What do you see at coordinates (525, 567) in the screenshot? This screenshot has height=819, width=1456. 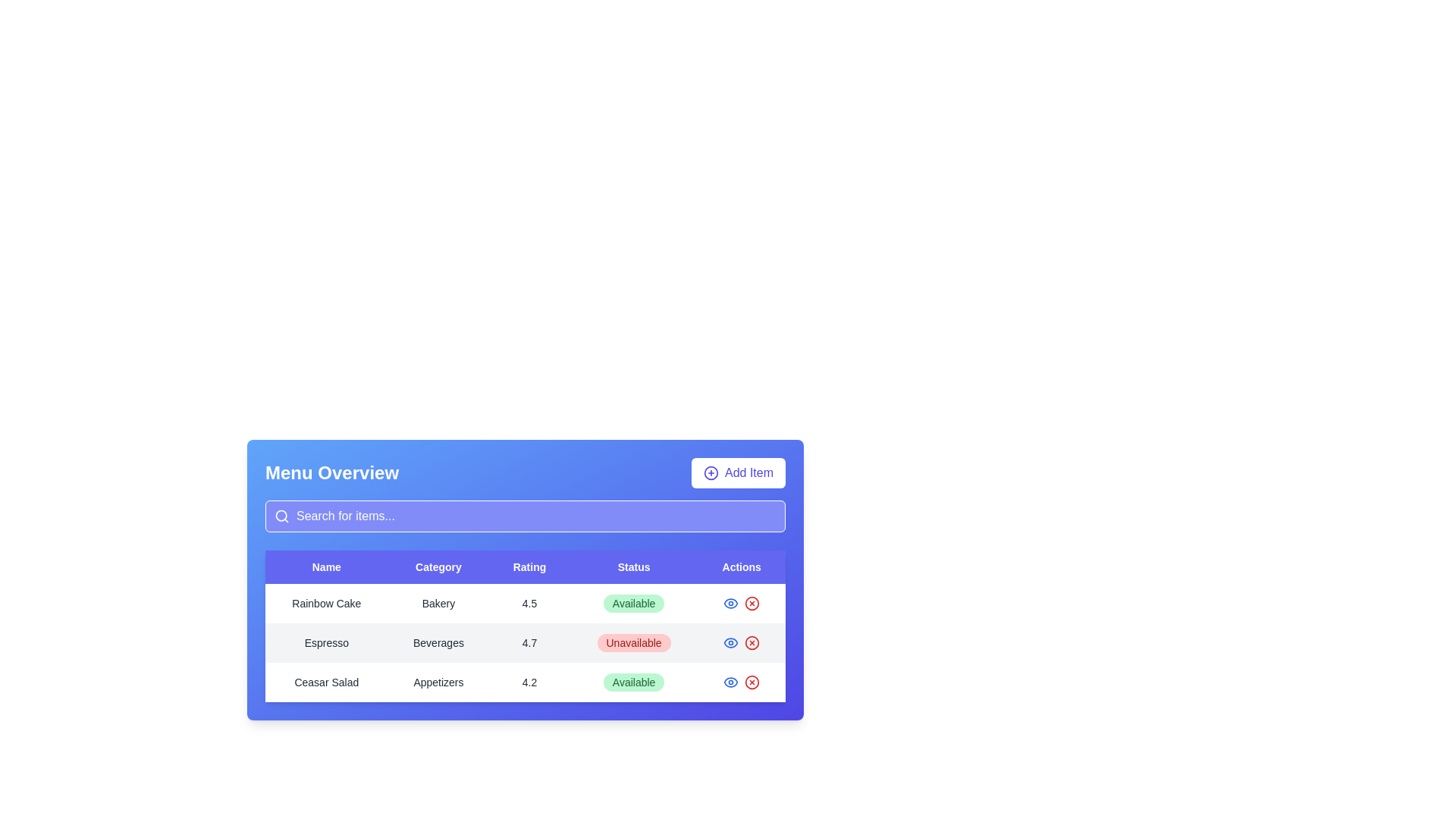 I see `column names from the table header row located at the top of the table, which labels the columns for data items like 'Rainbow Cake' and 'Espresso.'` at bounding box center [525, 567].